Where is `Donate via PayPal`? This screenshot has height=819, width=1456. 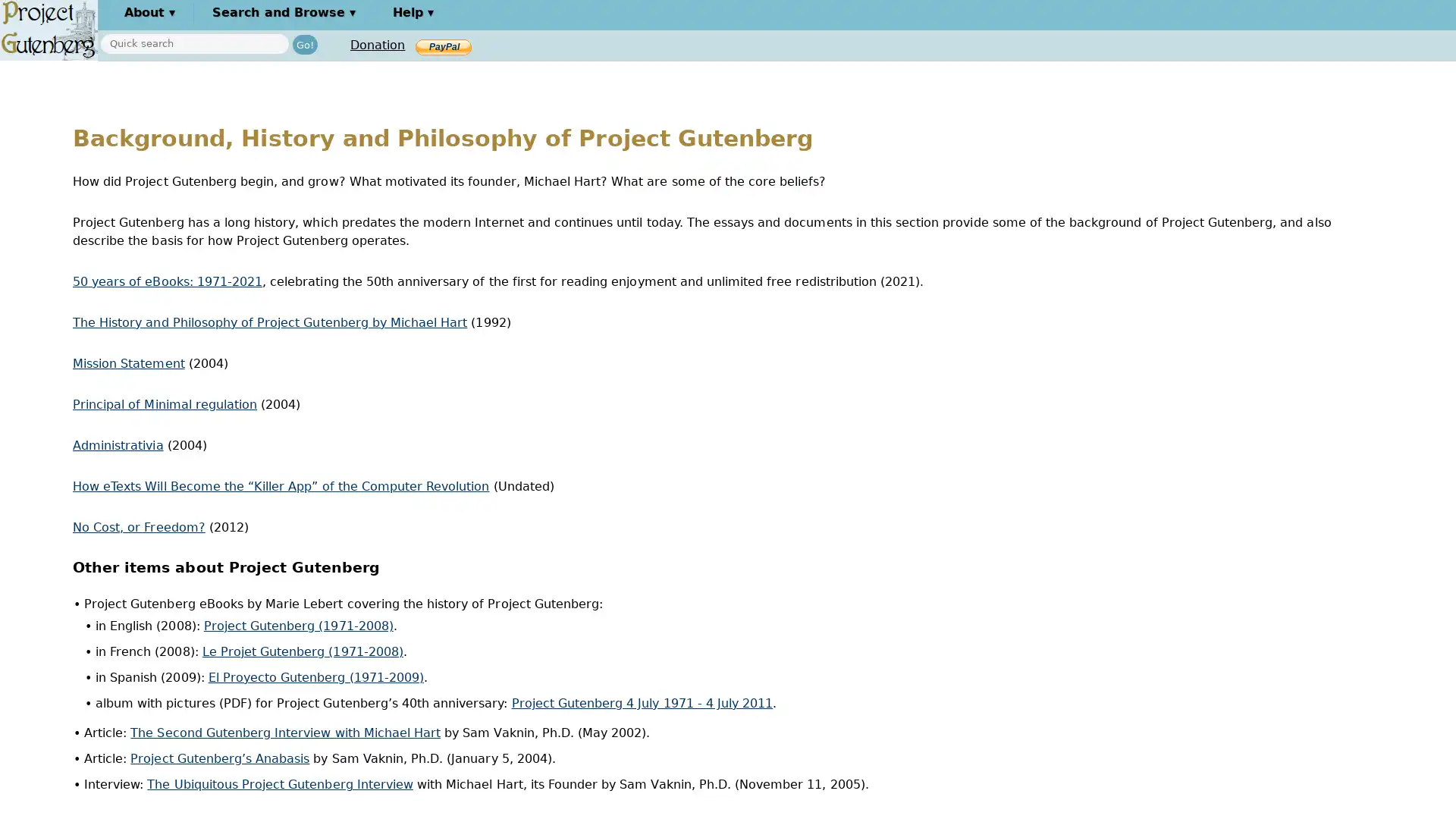 Donate via PayPal is located at coordinates (443, 45).